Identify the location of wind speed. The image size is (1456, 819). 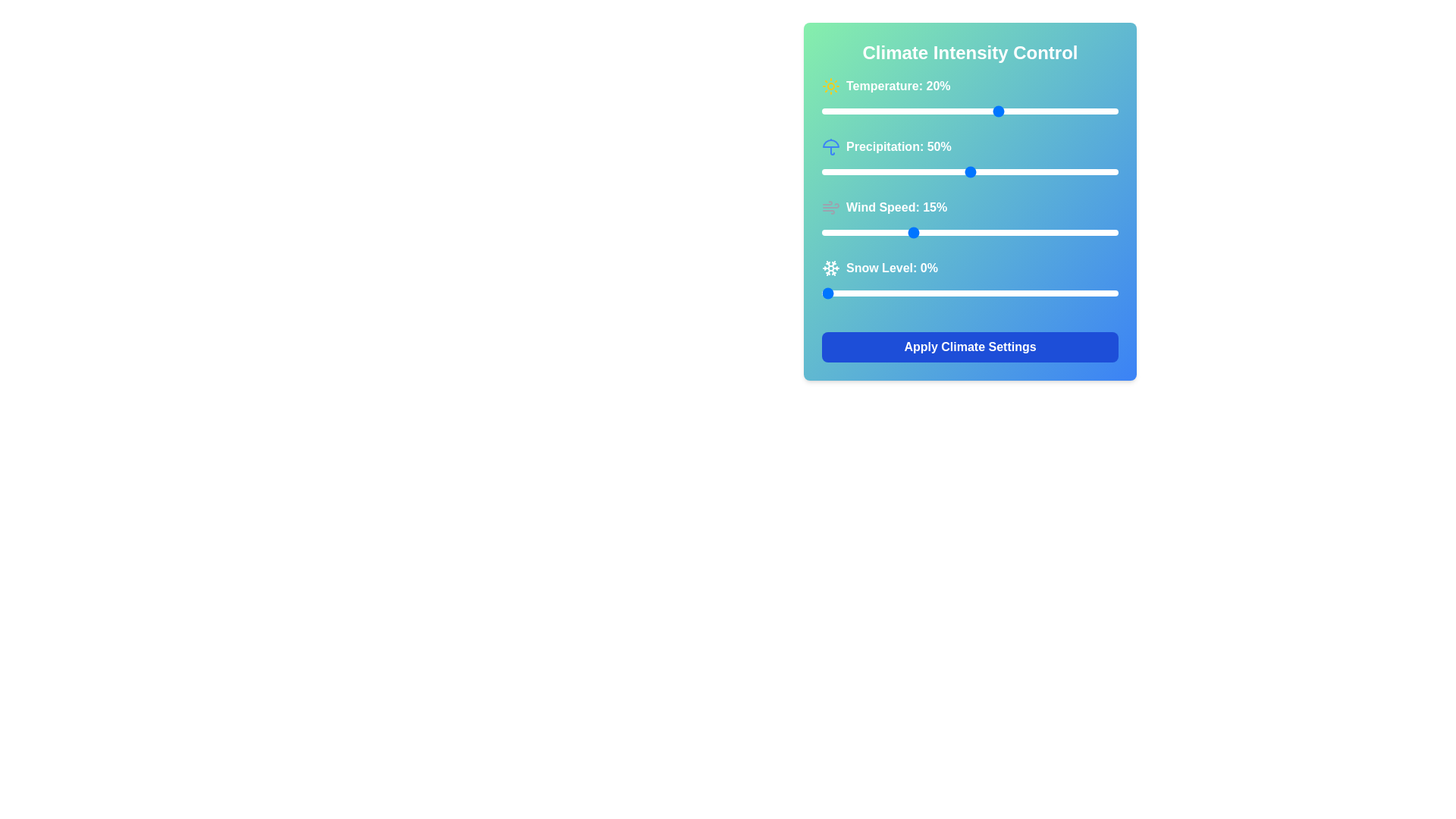
(899, 233).